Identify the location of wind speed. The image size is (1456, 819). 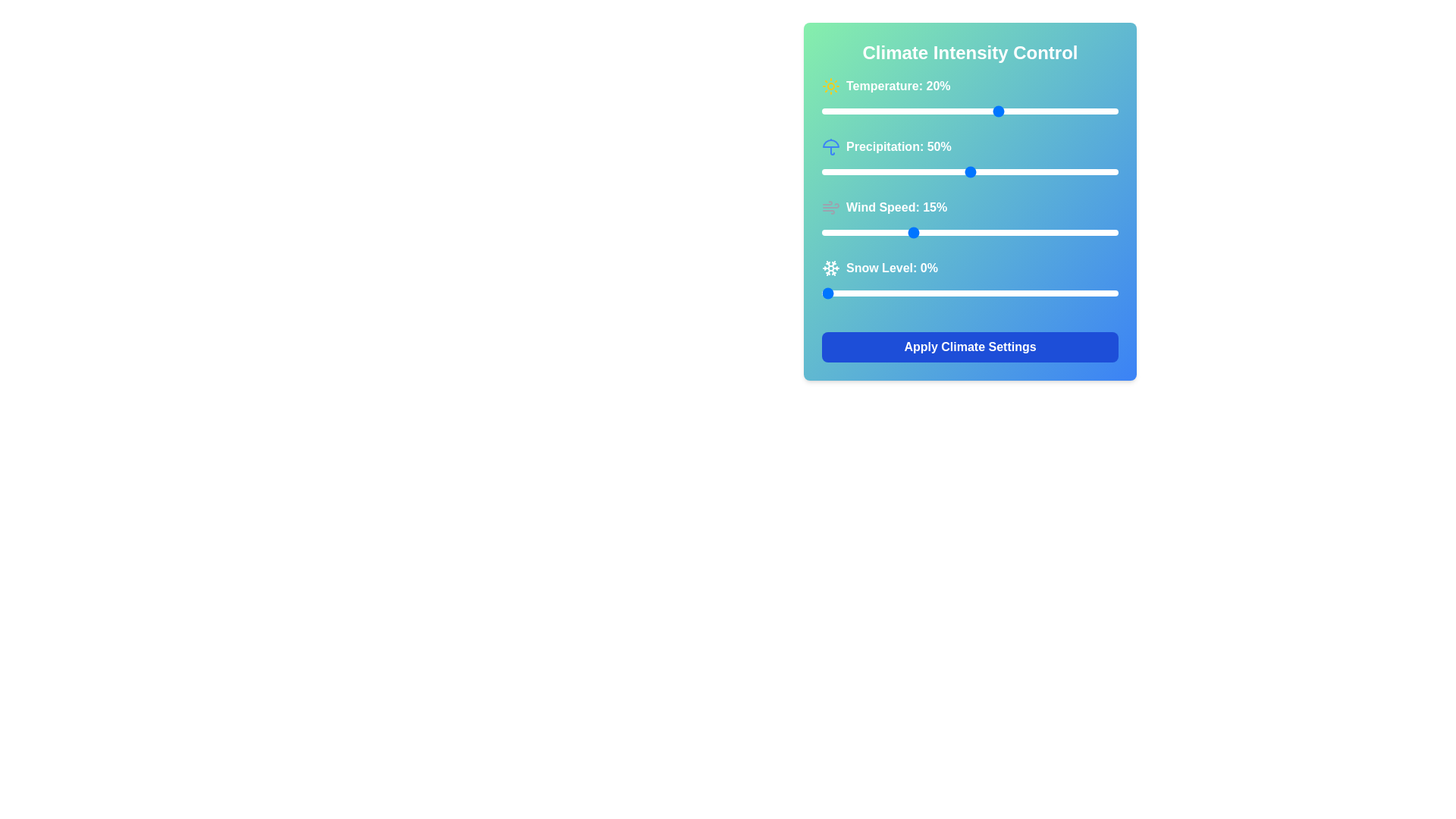
(899, 233).